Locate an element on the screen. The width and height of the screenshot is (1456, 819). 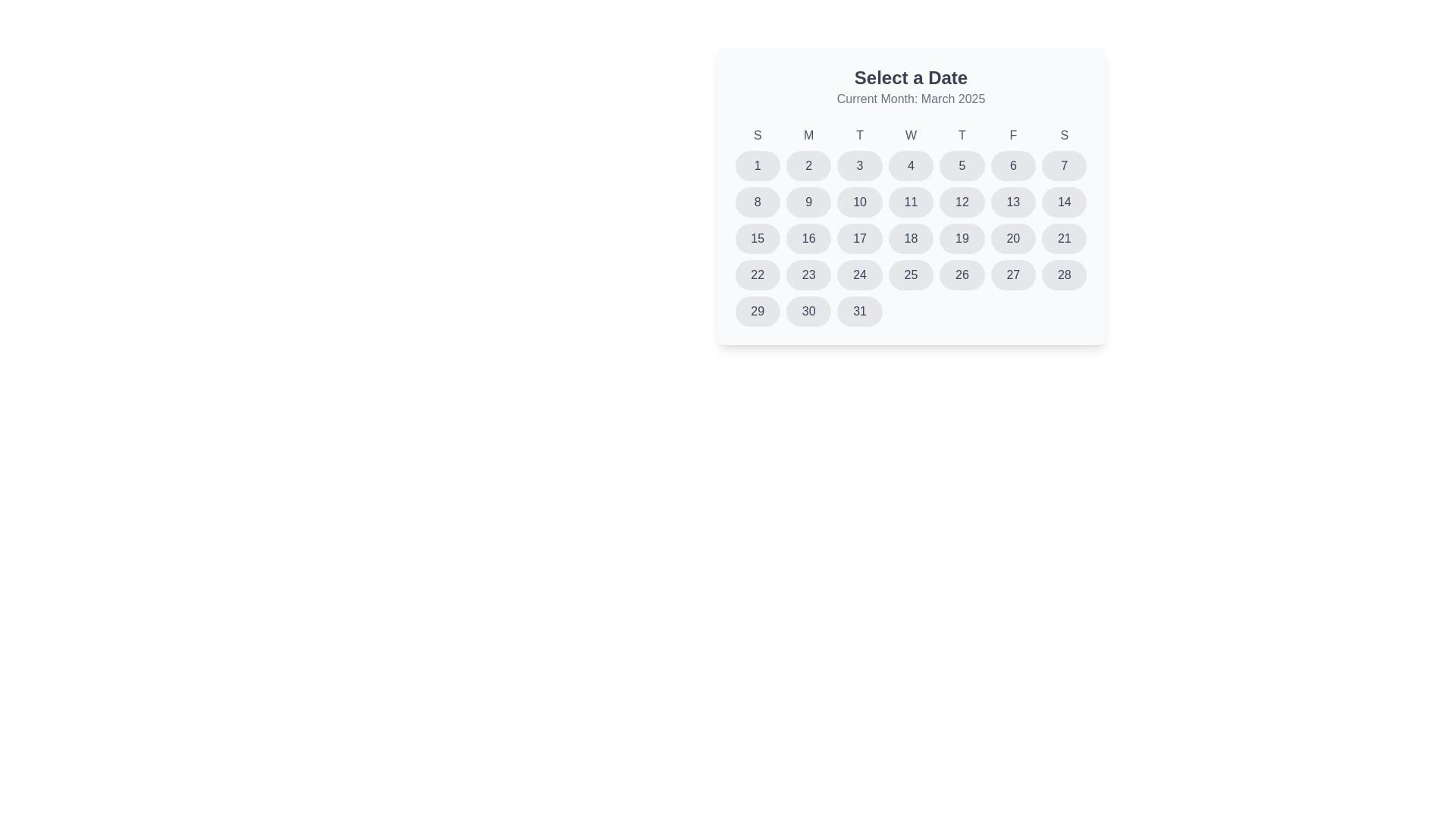
the calendar button representing the 18th day of the month is located at coordinates (910, 239).